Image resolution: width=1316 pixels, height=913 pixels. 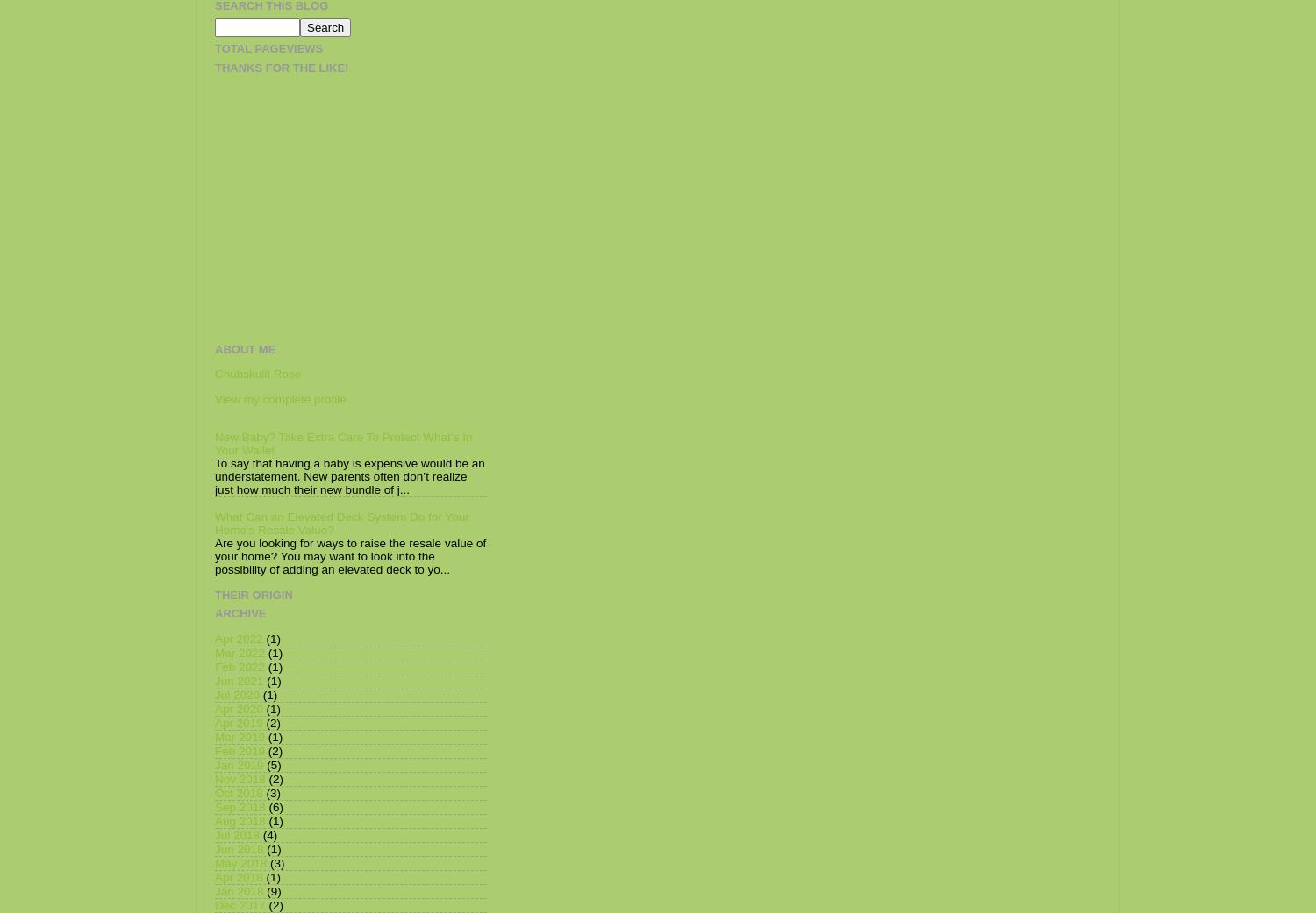 What do you see at coordinates (240, 735) in the screenshot?
I see `'Mar 2019'` at bounding box center [240, 735].